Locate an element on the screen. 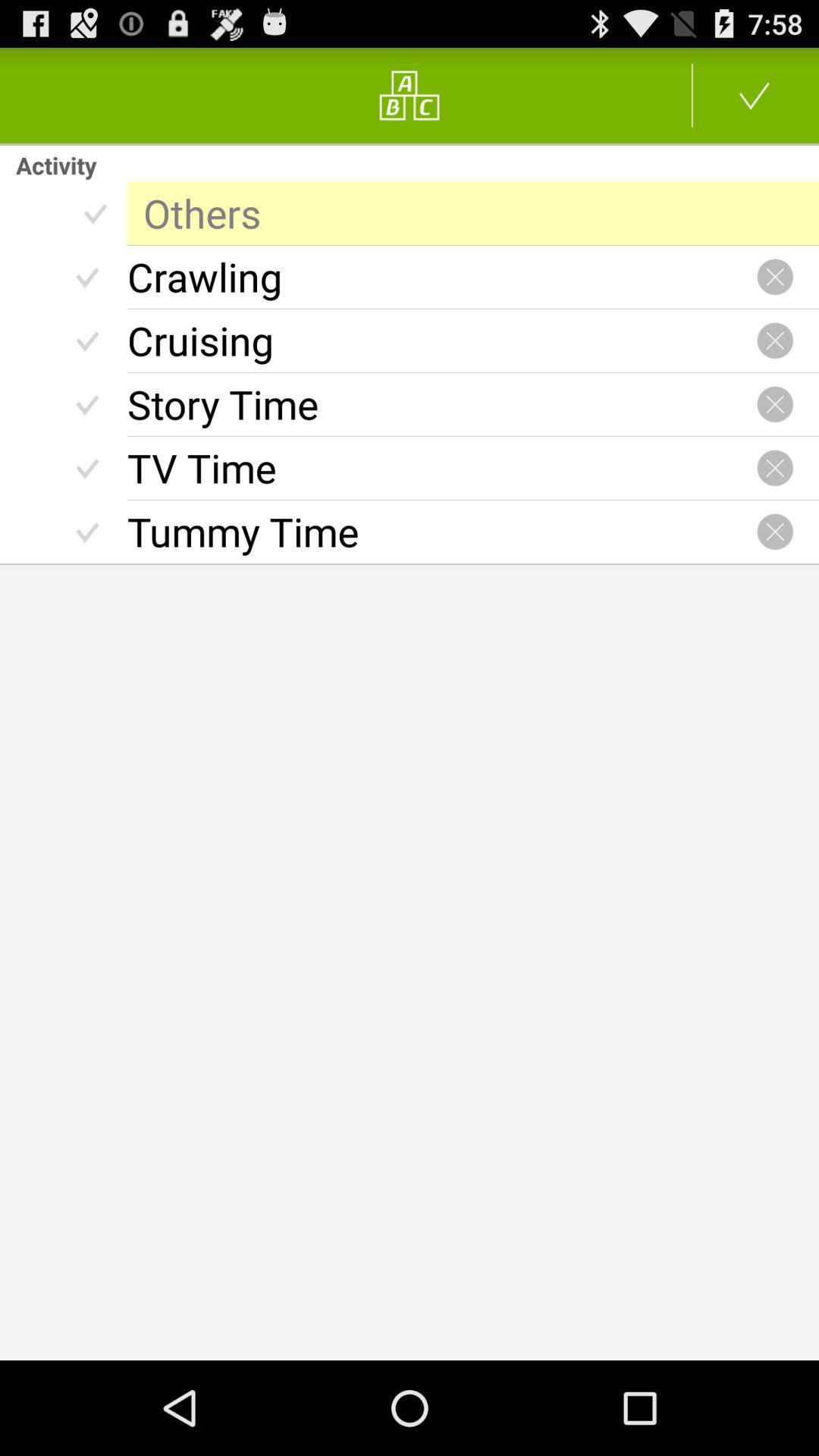  close is located at coordinates (775, 277).